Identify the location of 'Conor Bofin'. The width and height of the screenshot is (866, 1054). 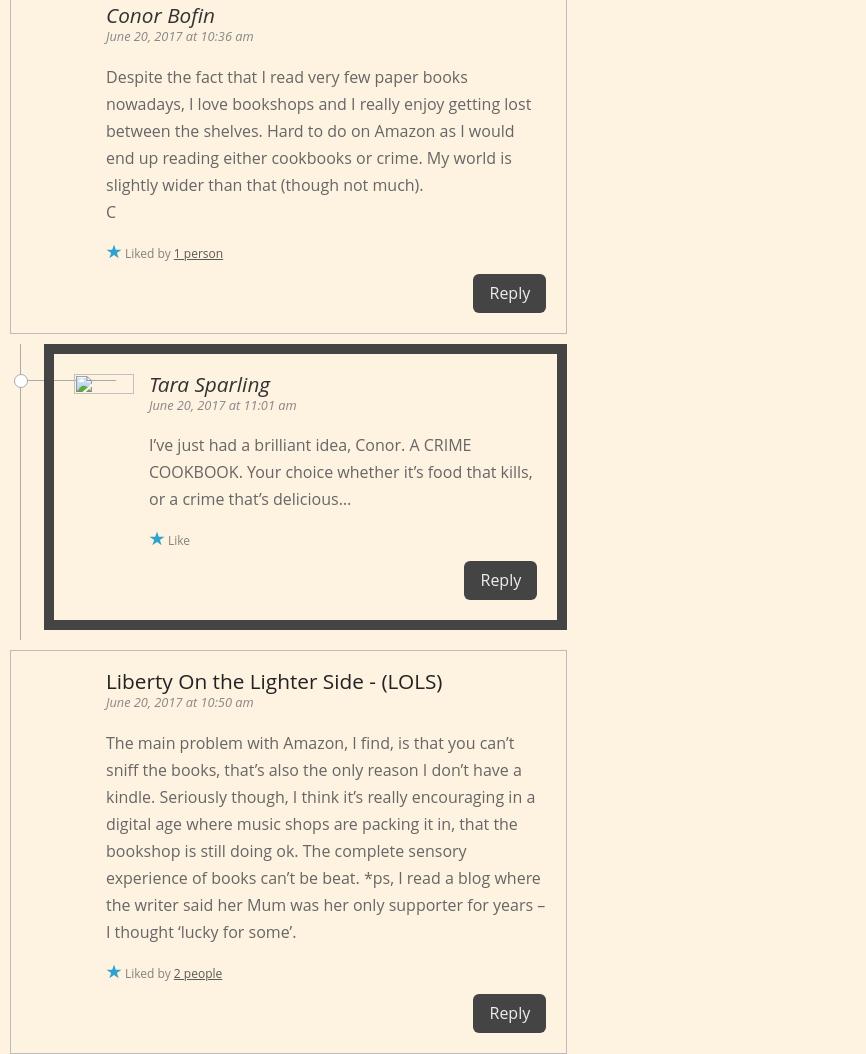
(160, 14).